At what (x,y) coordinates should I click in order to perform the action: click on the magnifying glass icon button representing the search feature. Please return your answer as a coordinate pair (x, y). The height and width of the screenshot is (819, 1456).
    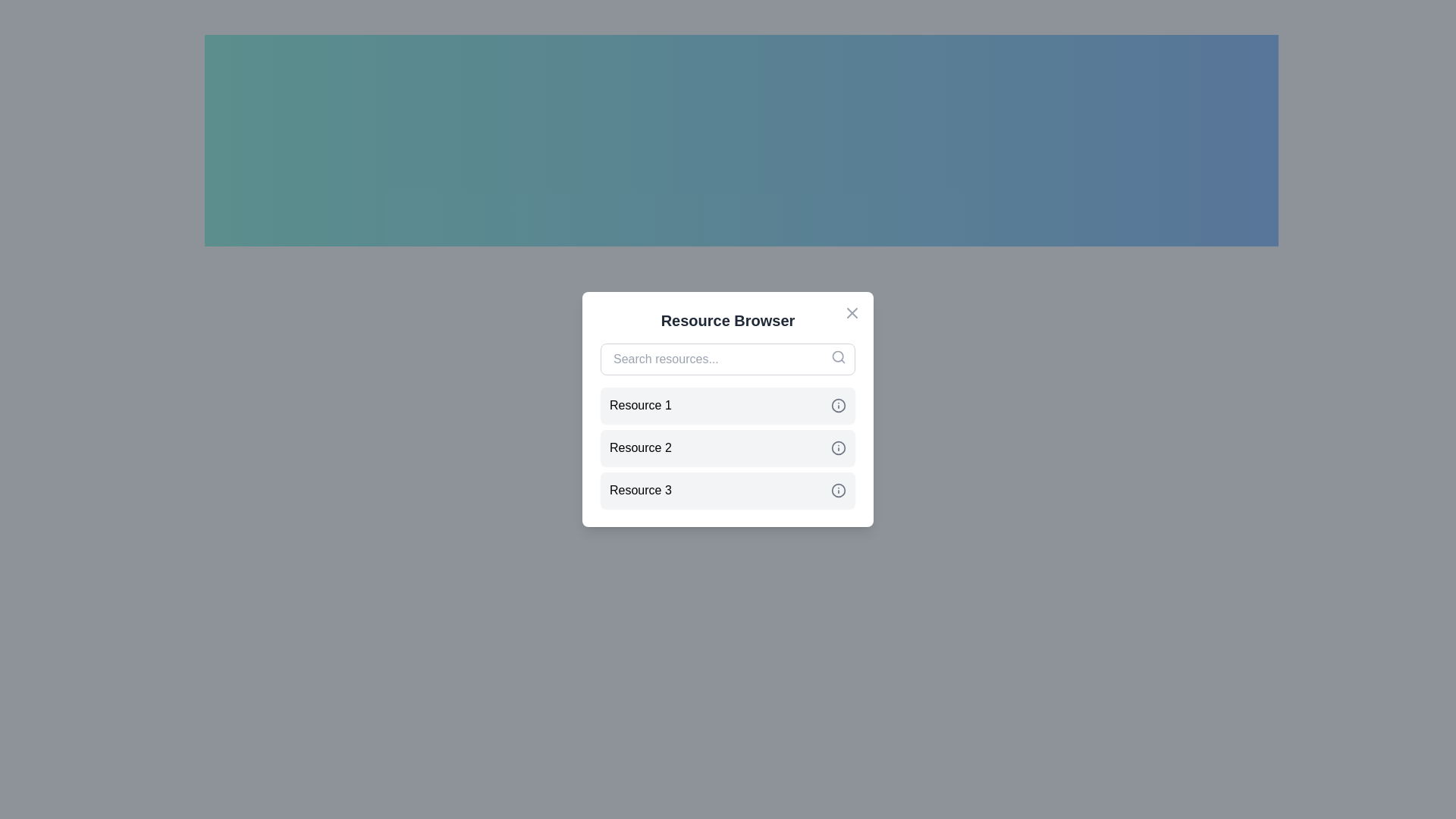
    Looking at the image, I should click on (837, 356).